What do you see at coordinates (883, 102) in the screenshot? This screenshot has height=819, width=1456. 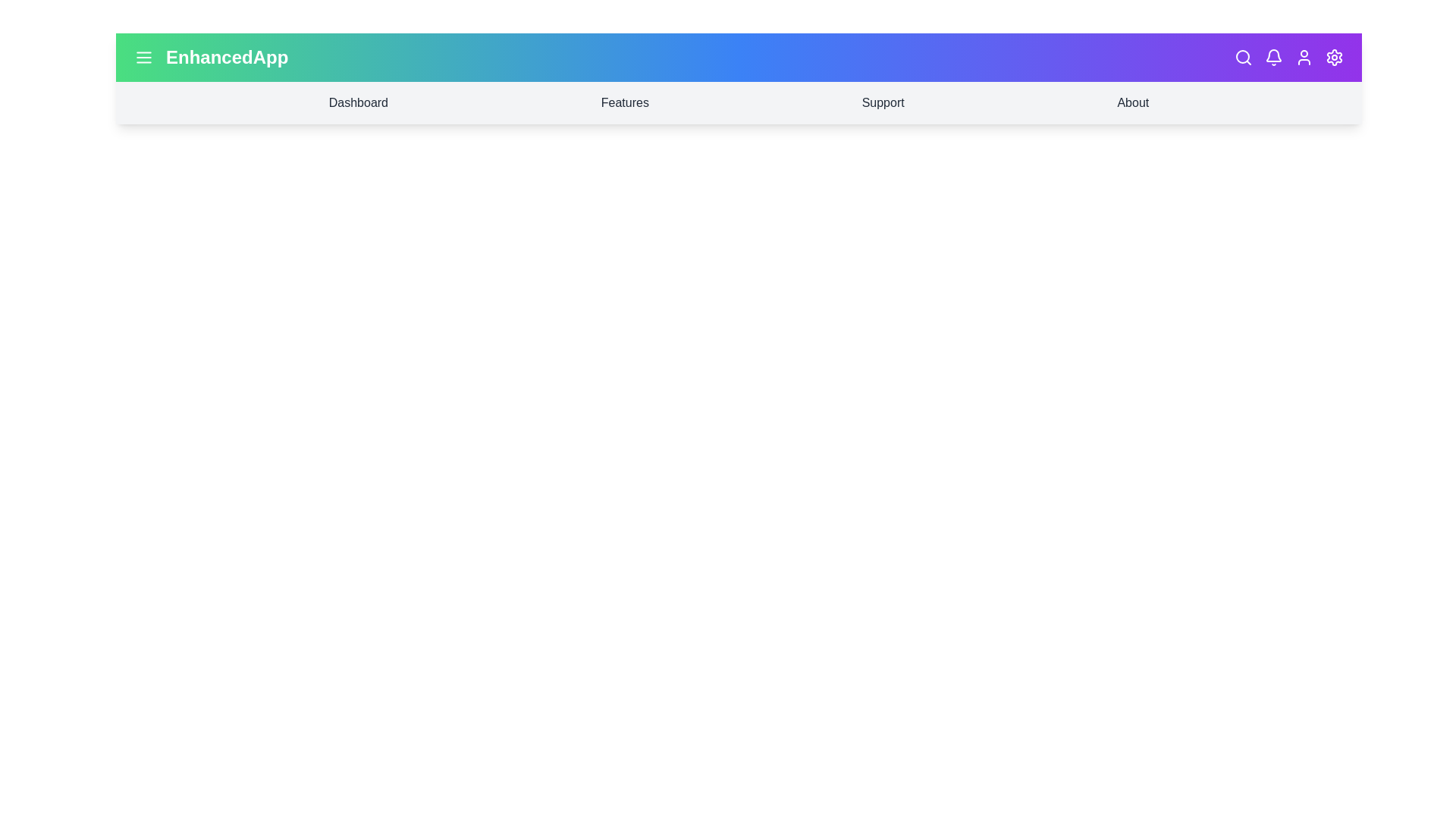 I see `the menu item labeled Support to navigate to the corresponding section` at bounding box center [883, 102].